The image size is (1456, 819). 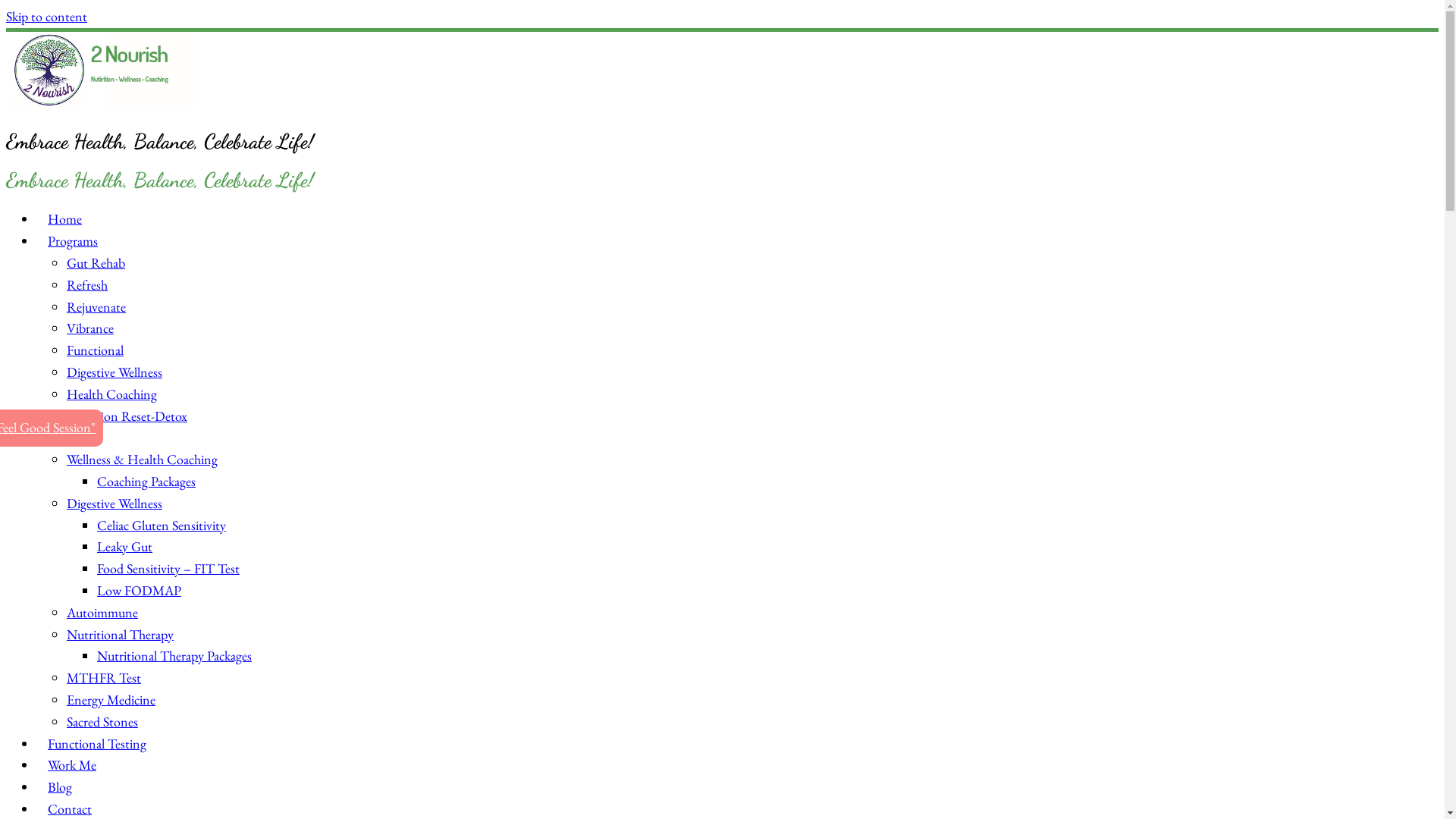 I want to click on 'Wellness & Health Coaching', so click(x=142, y=458).